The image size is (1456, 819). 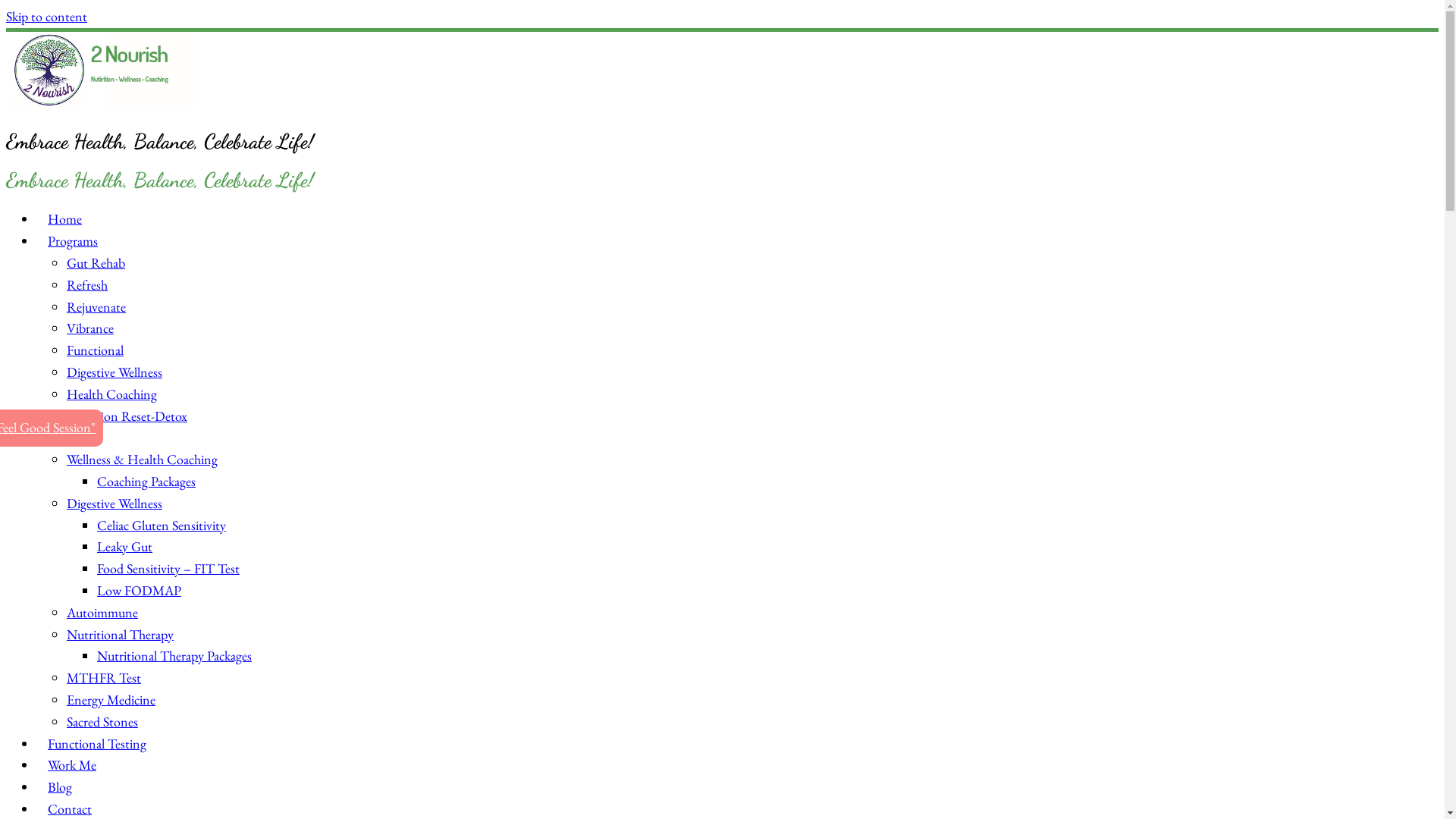 I want to click on 'Wellness & Health Coaching', so click(x=142, y=458).